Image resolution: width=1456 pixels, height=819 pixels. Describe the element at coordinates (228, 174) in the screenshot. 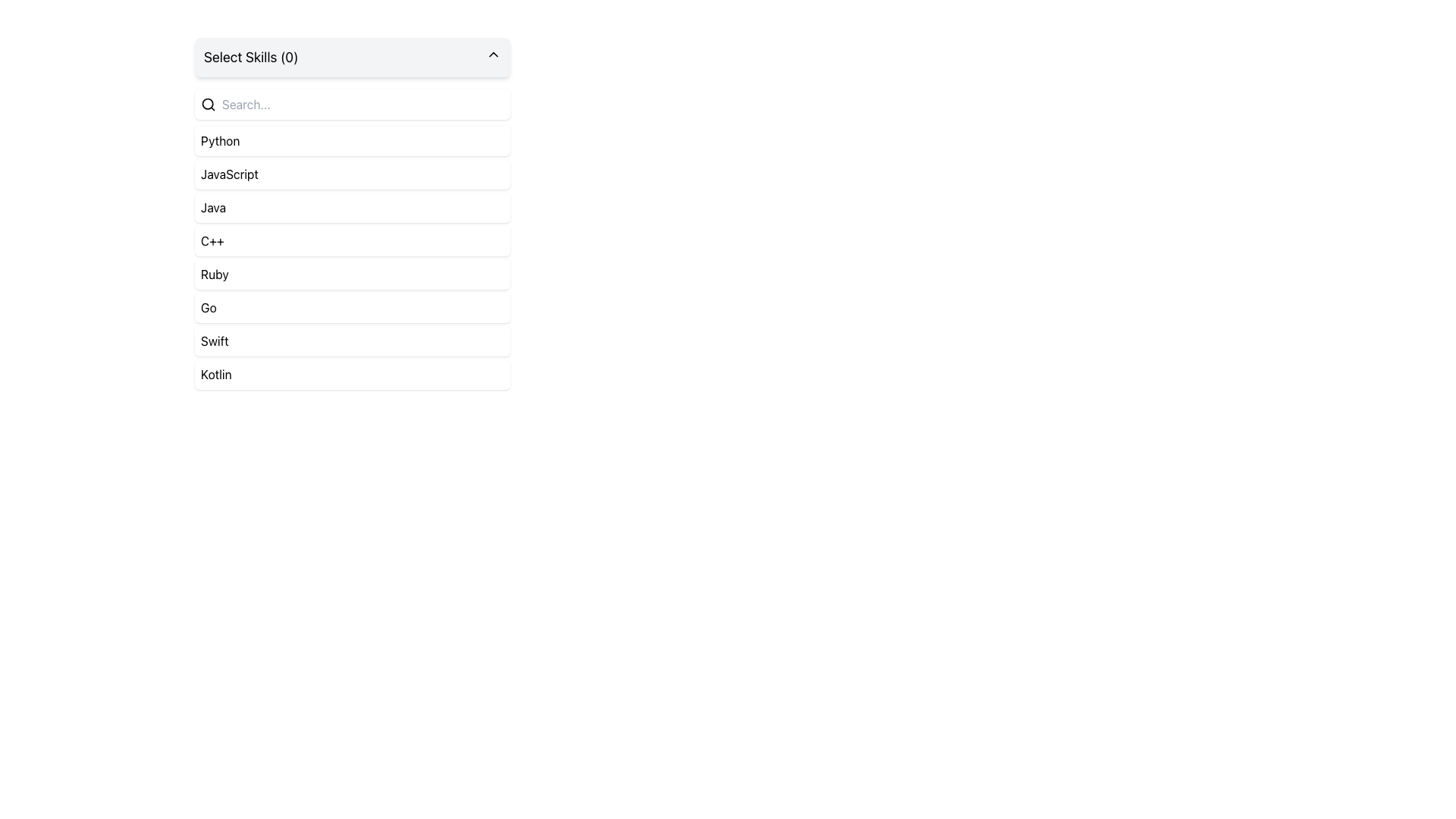

I see `the text label 'JavaScript' in the dropdown list` at that location.